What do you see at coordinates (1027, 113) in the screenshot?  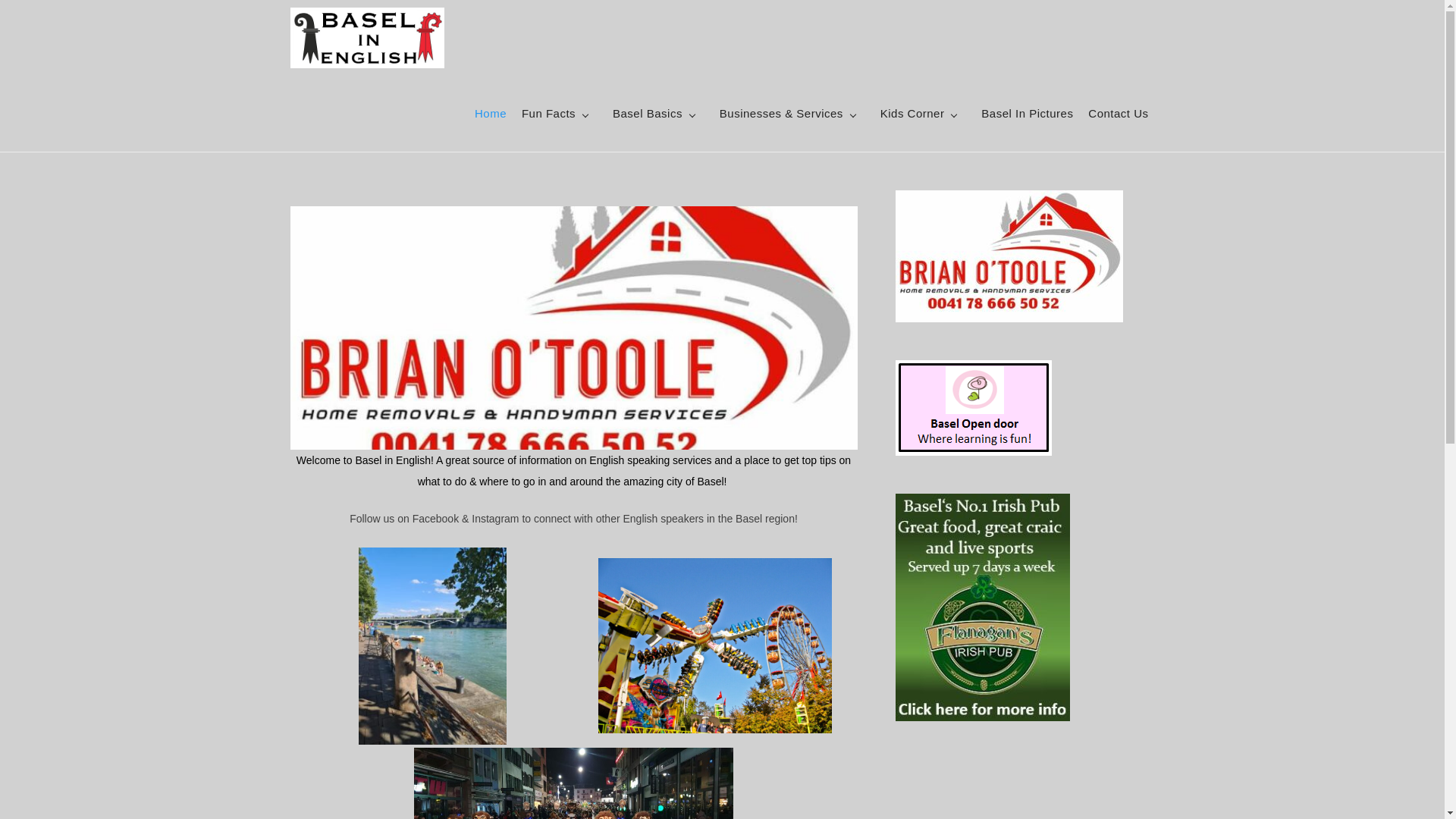 I see `'Basel In Pictures'` at bounding box center [1027, 113].